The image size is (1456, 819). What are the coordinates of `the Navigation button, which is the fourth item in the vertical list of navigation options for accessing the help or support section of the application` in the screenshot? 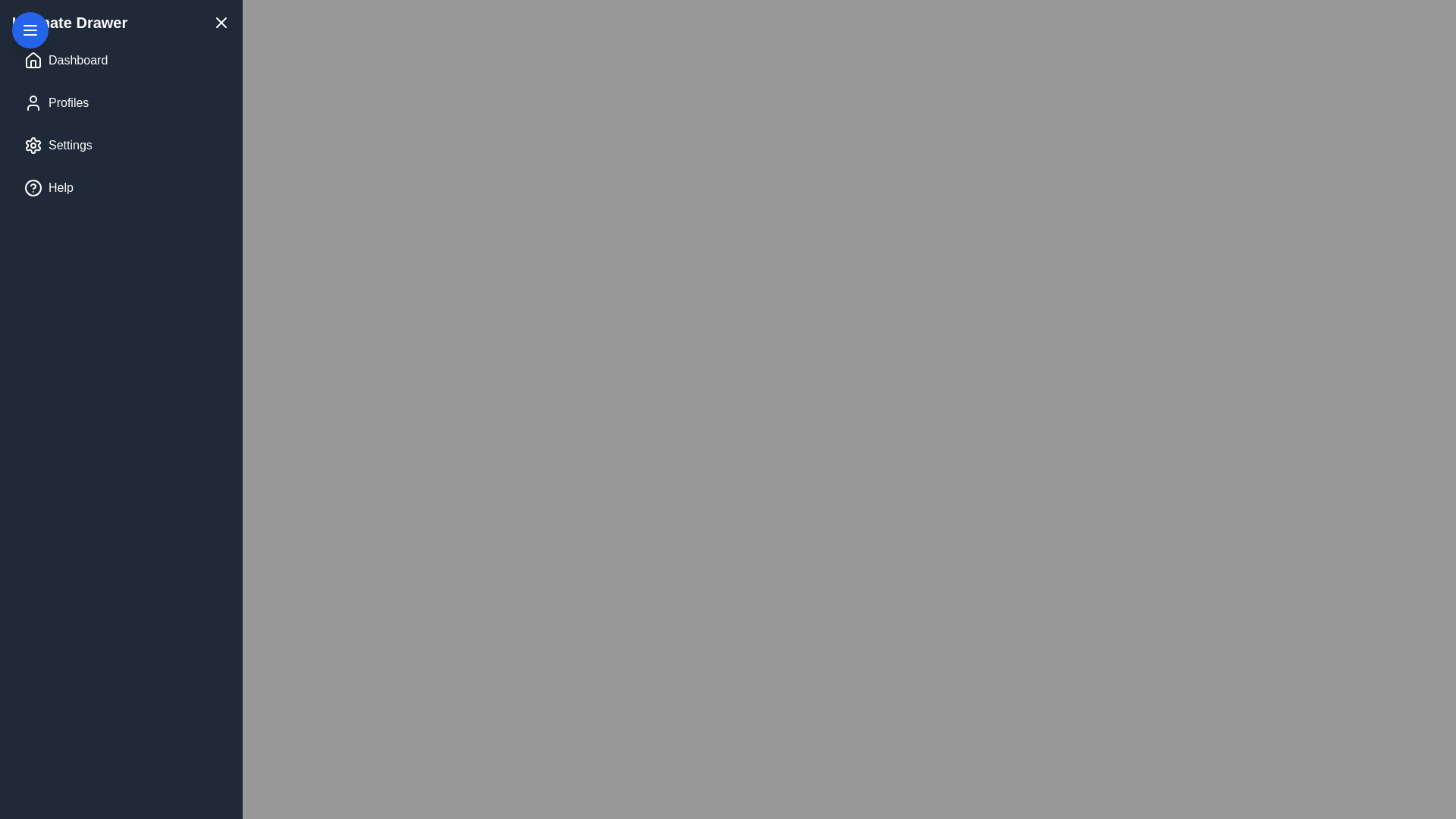 It's located at (120, 187).